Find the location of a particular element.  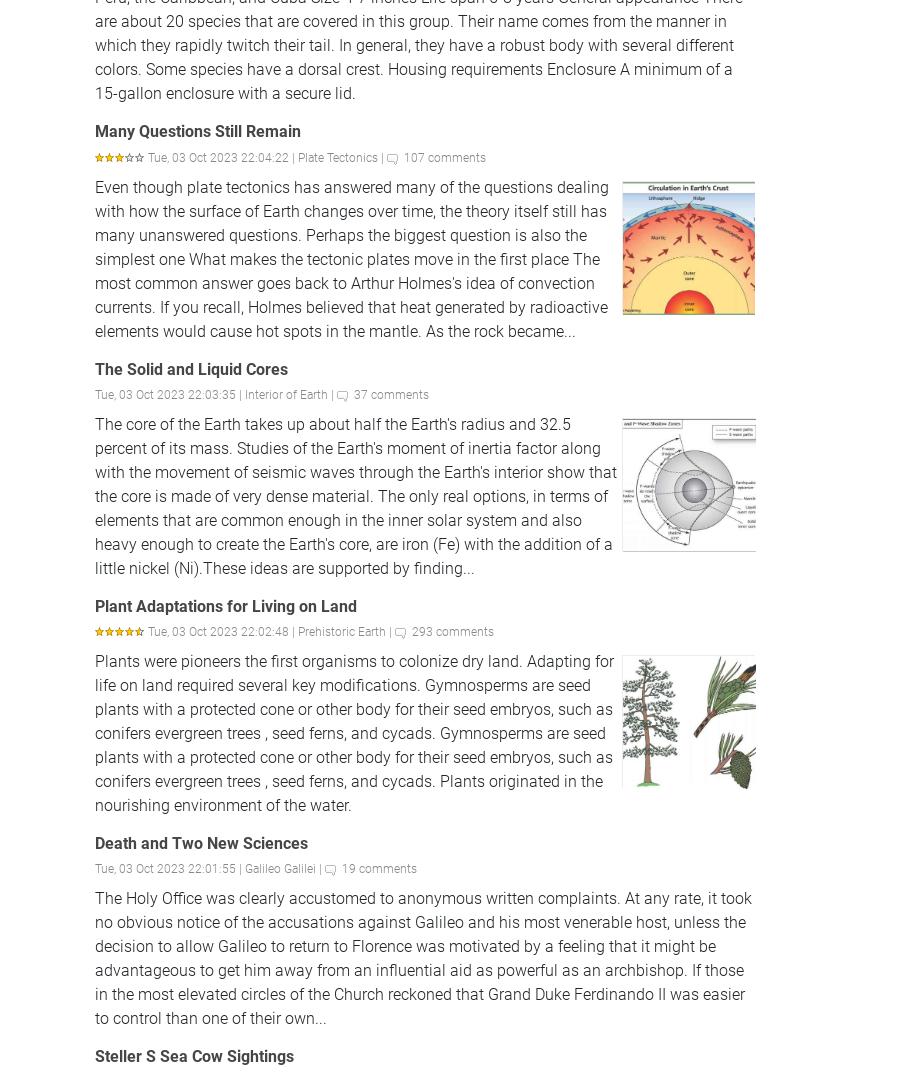

'Tue, 03 Oct 2023 22:03:35                                    |' is located at coordinates (95, 393).